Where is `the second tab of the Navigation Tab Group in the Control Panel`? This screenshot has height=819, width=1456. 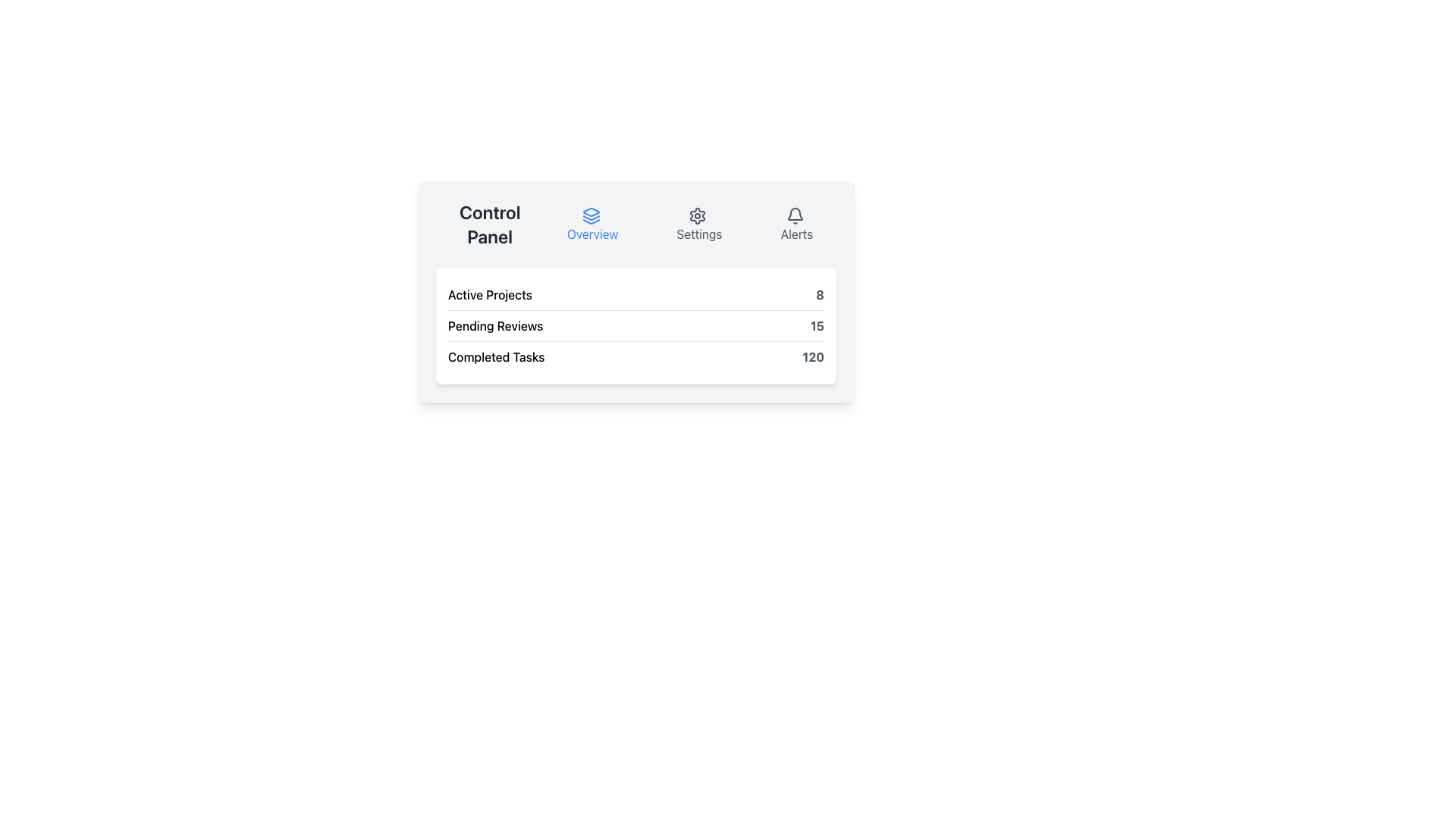
the second tab of the Navigation Tab Group in the Control Panel is located at coordinates (689, 224).